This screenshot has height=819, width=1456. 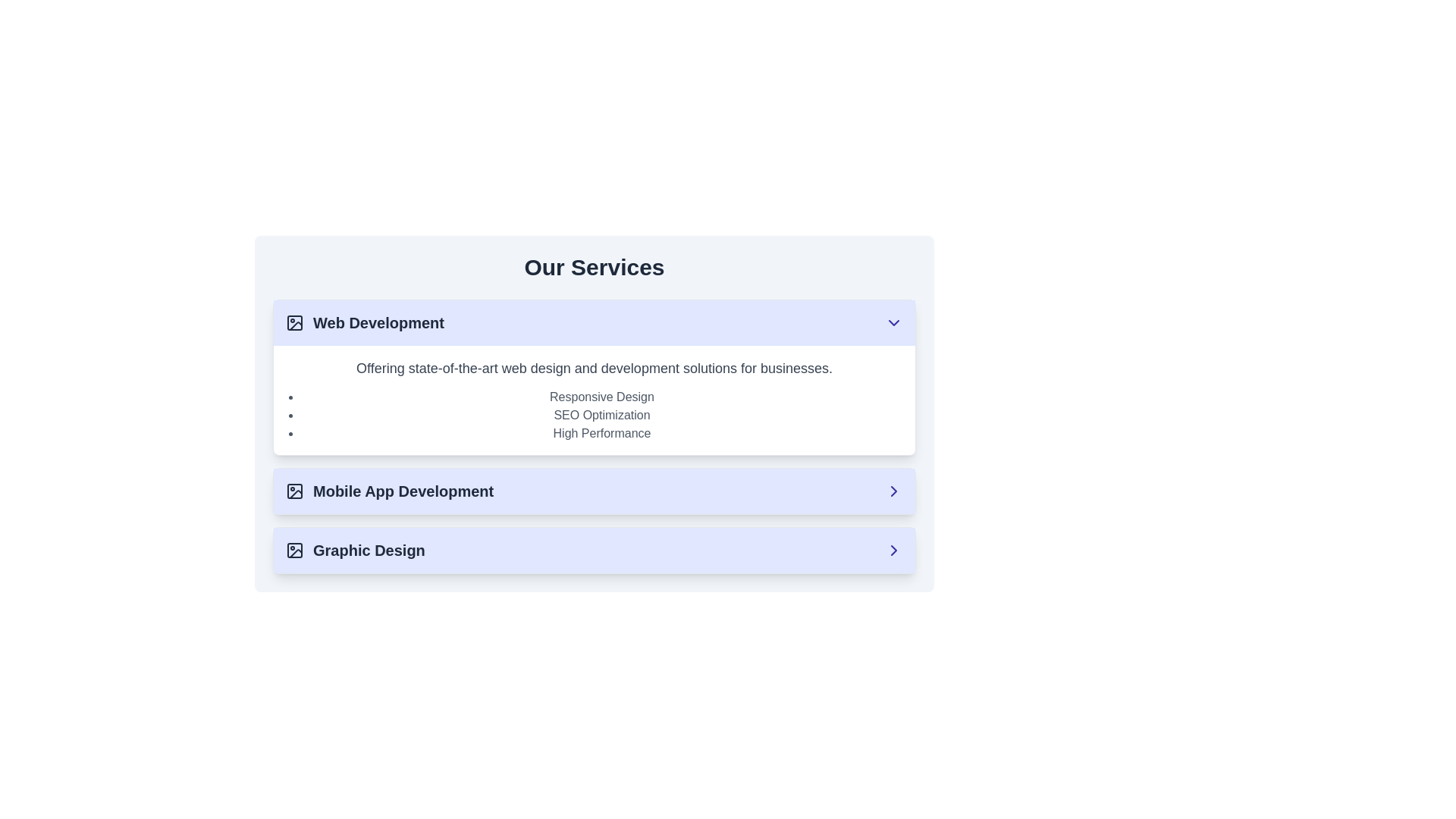 What do you see at coordinates (294, 322) in the screenshot?
I see `the 'Web Development' icon located at the far-left side of the 'Web Development' section heading in the 'Our Services' content block` at bounding box center [294, 322].